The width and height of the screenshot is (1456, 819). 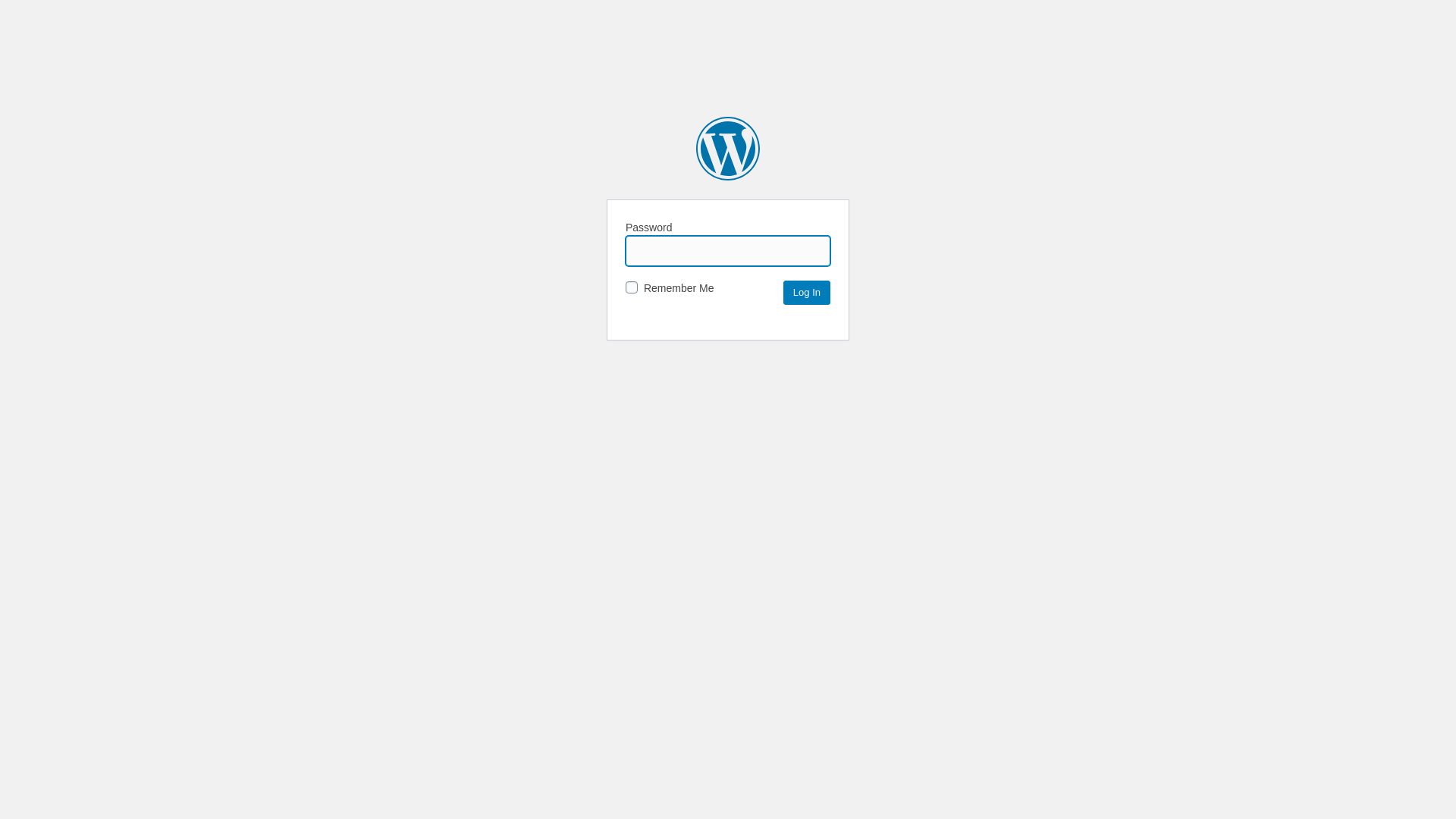 What do you see at coordinates (806, 292) in the screenshot?
I see `'Log In'` at bounding box center [806, 292].